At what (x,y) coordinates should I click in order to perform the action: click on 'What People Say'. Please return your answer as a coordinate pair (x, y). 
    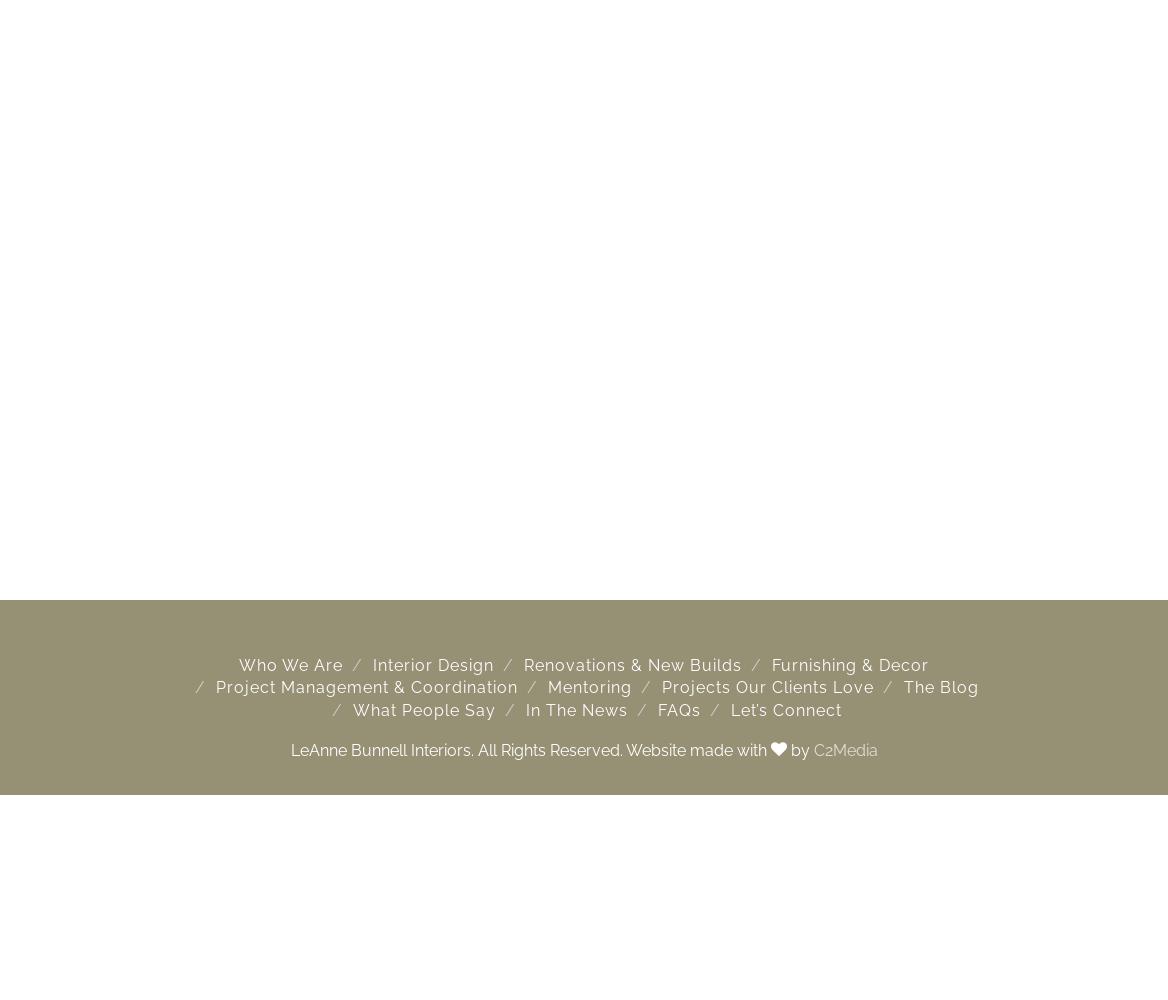
    Looking at the image, I should click on (422, 708).